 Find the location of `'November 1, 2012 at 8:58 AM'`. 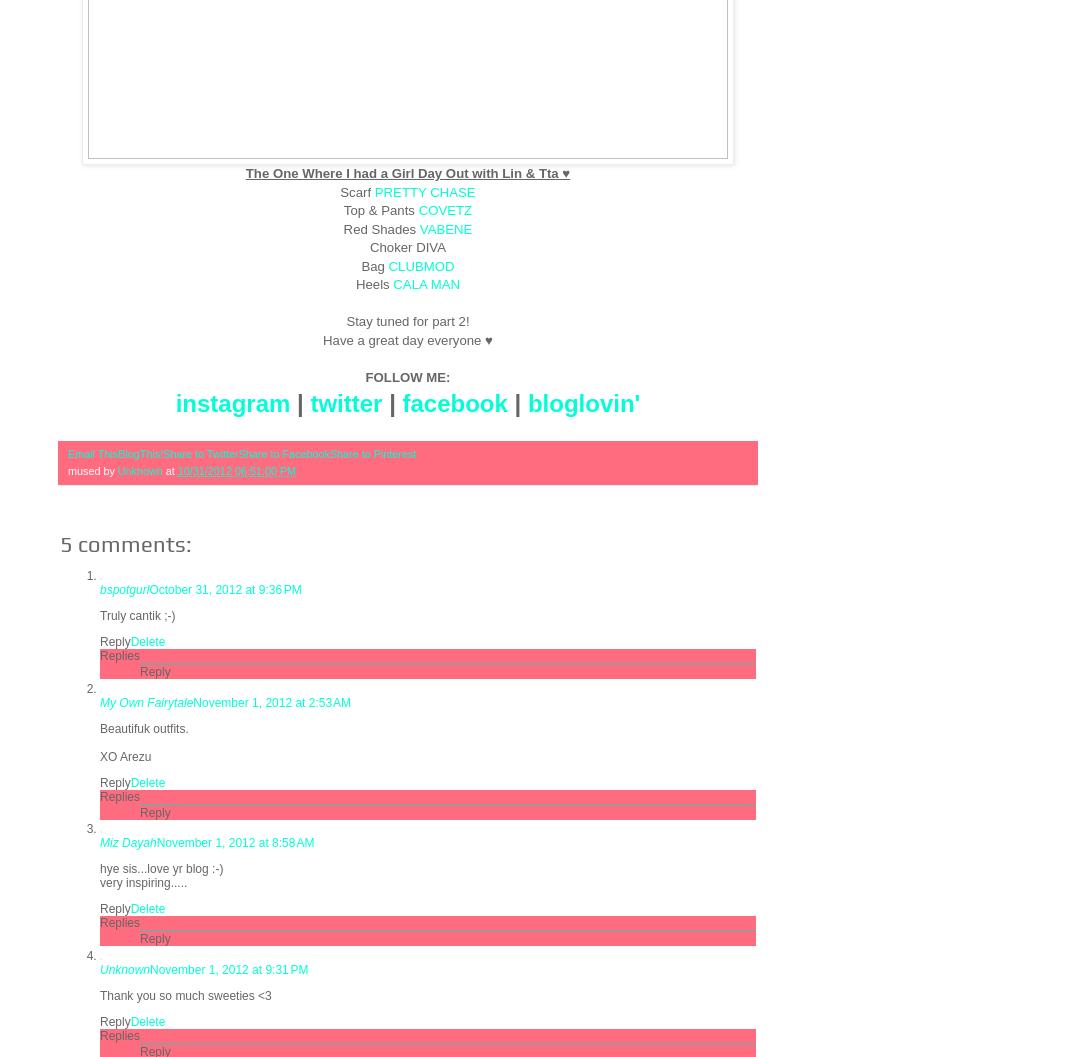

'November 1, 2012 at 8:58 AM' is located at coordinates (156, 841).